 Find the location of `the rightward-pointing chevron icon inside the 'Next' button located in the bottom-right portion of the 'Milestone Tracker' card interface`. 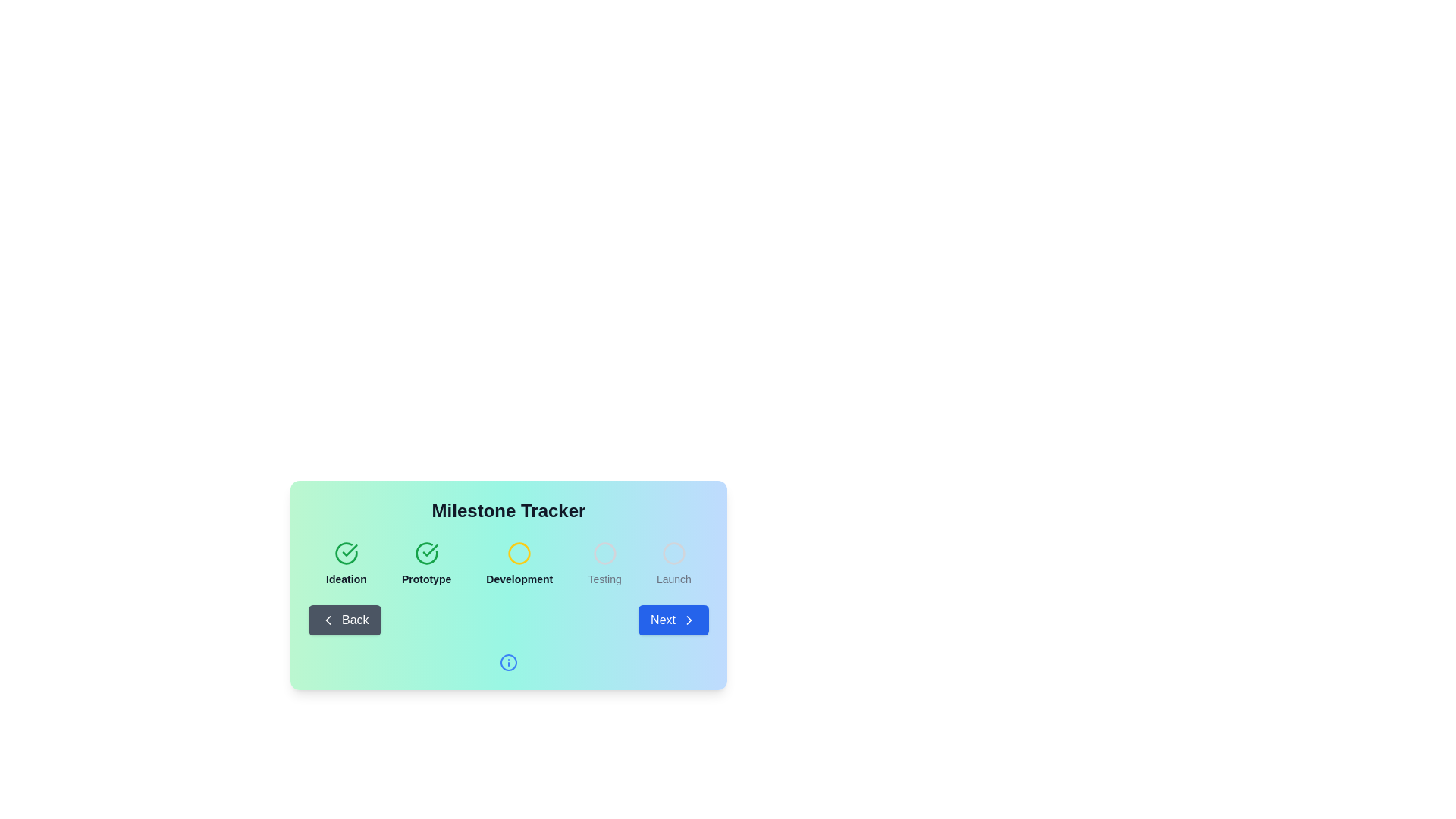

the rightward-pointing chevron icon inside the 'Next' button located in the bottom-right portion of the 'Milestone Tracker' card interface is located at coordinates (688, 620).